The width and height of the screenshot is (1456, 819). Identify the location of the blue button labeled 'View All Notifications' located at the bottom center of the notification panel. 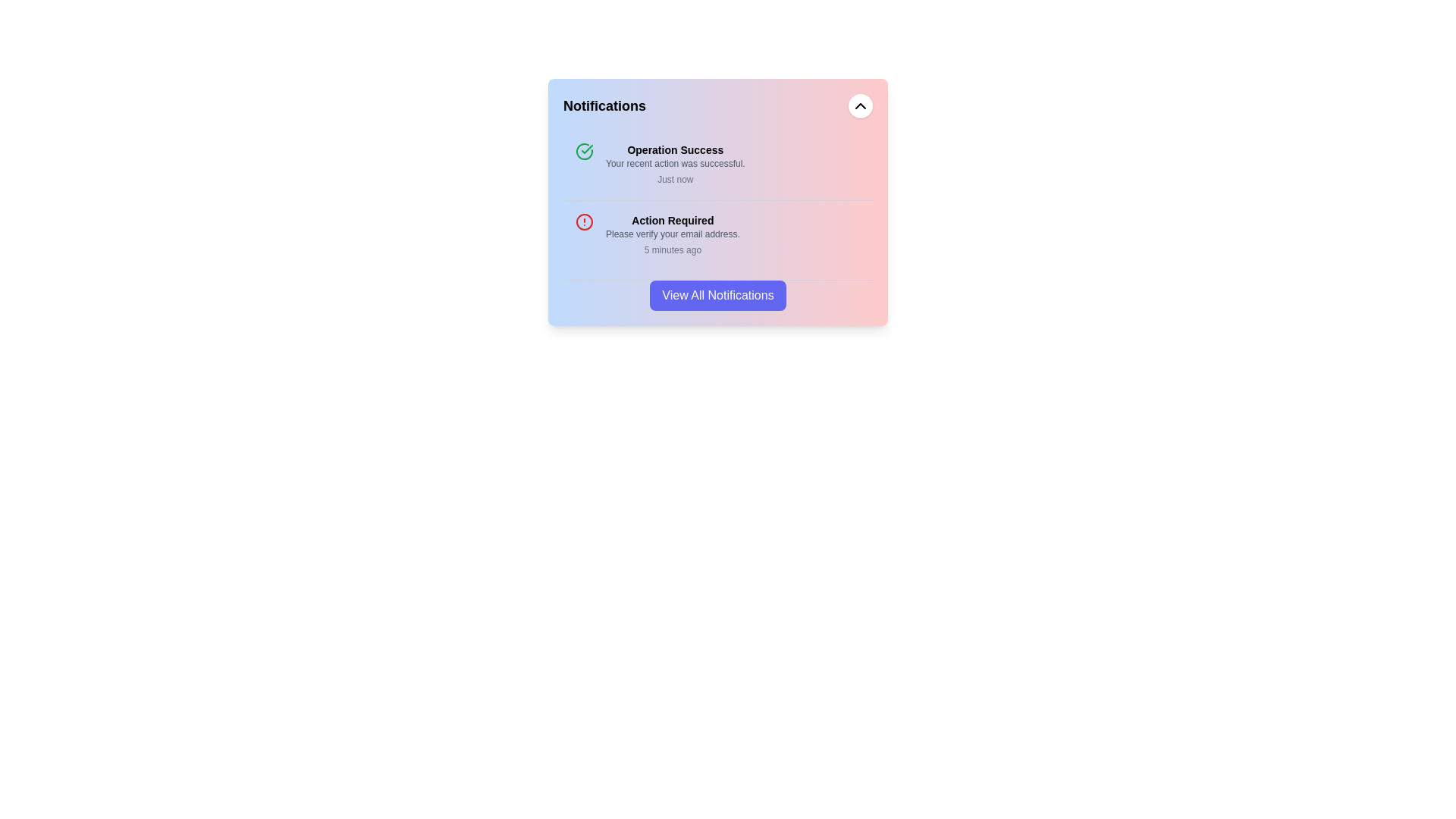
(717, 295).